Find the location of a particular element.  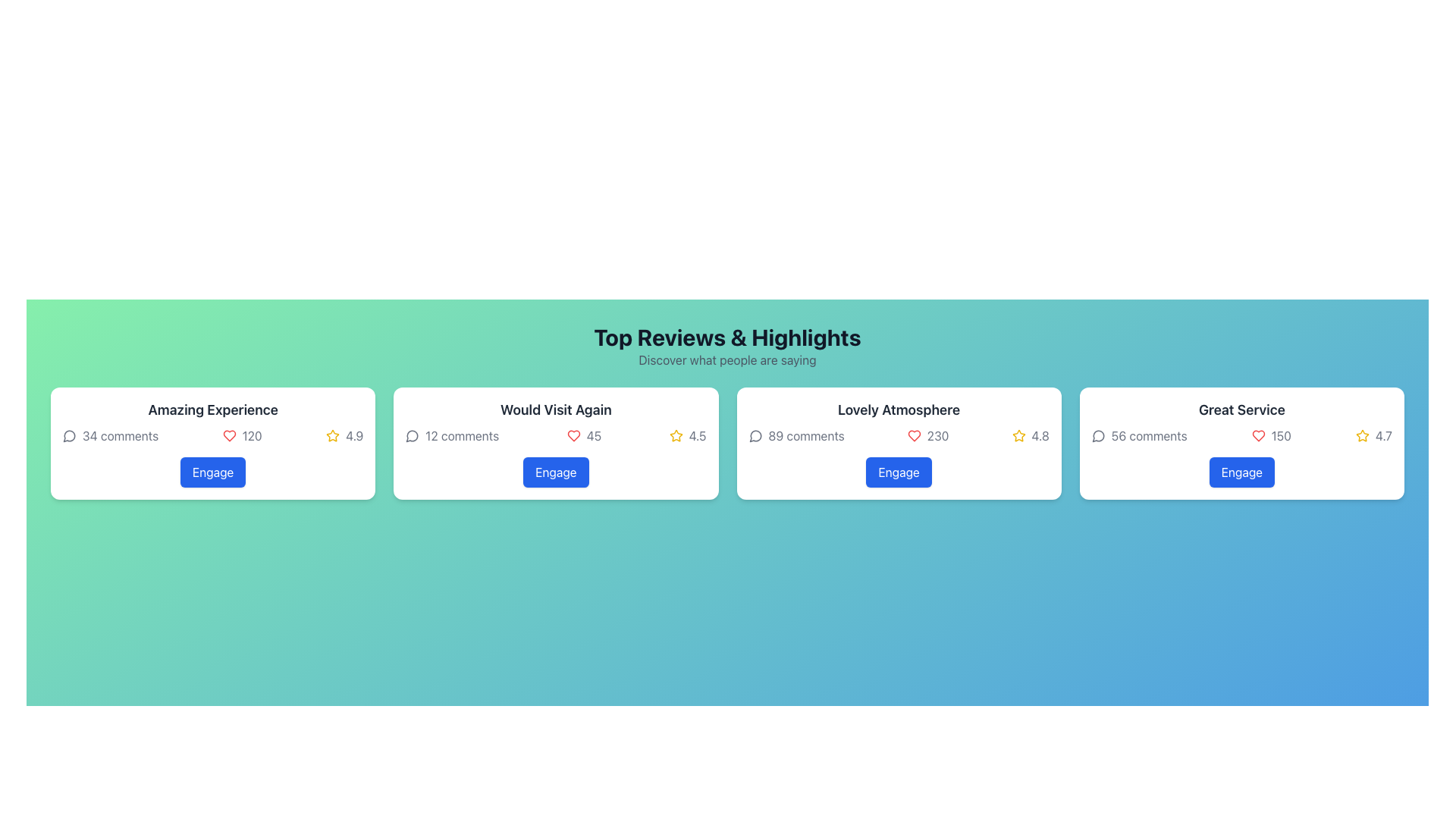

the star icon representing a rating indicator located in the second card from the left, immediately followed by the rating text '4.5' is located at coordinates (675, 435).